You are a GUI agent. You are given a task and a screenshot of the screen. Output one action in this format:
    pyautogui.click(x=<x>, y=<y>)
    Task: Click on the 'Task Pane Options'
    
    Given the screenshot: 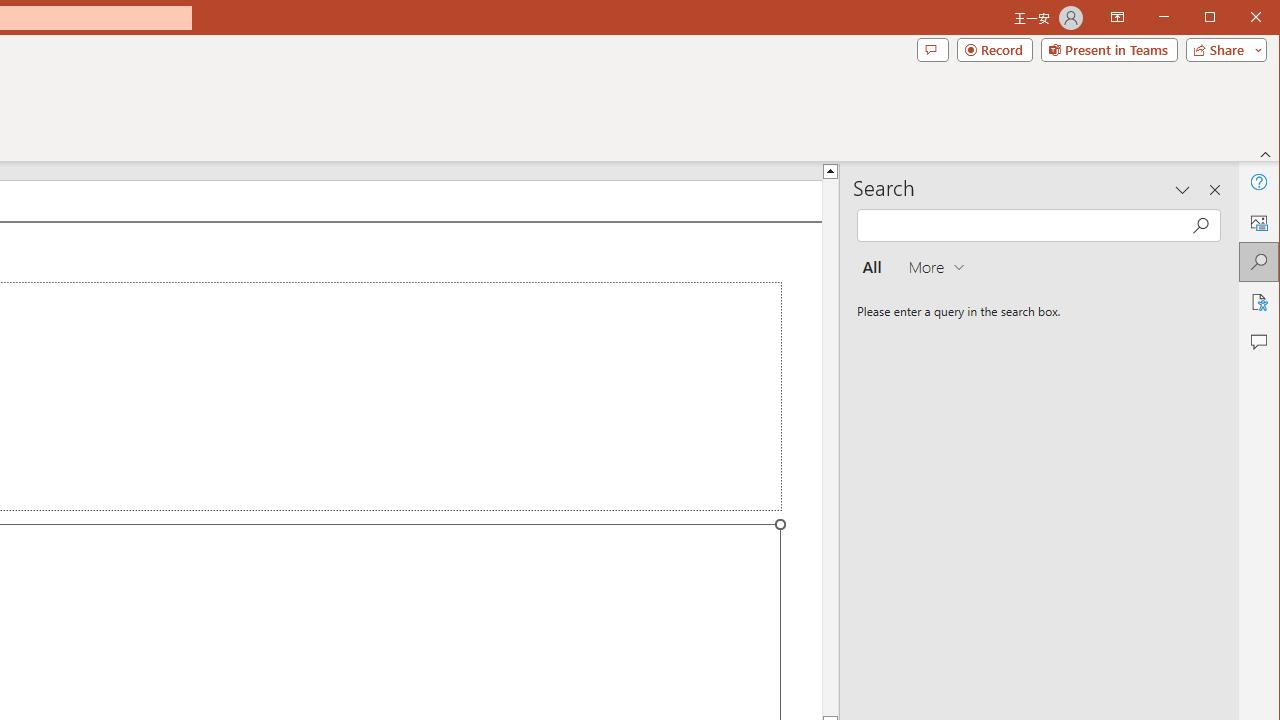 What is the action you would take?
    pyautogui.click(x=1183, y=190)
    